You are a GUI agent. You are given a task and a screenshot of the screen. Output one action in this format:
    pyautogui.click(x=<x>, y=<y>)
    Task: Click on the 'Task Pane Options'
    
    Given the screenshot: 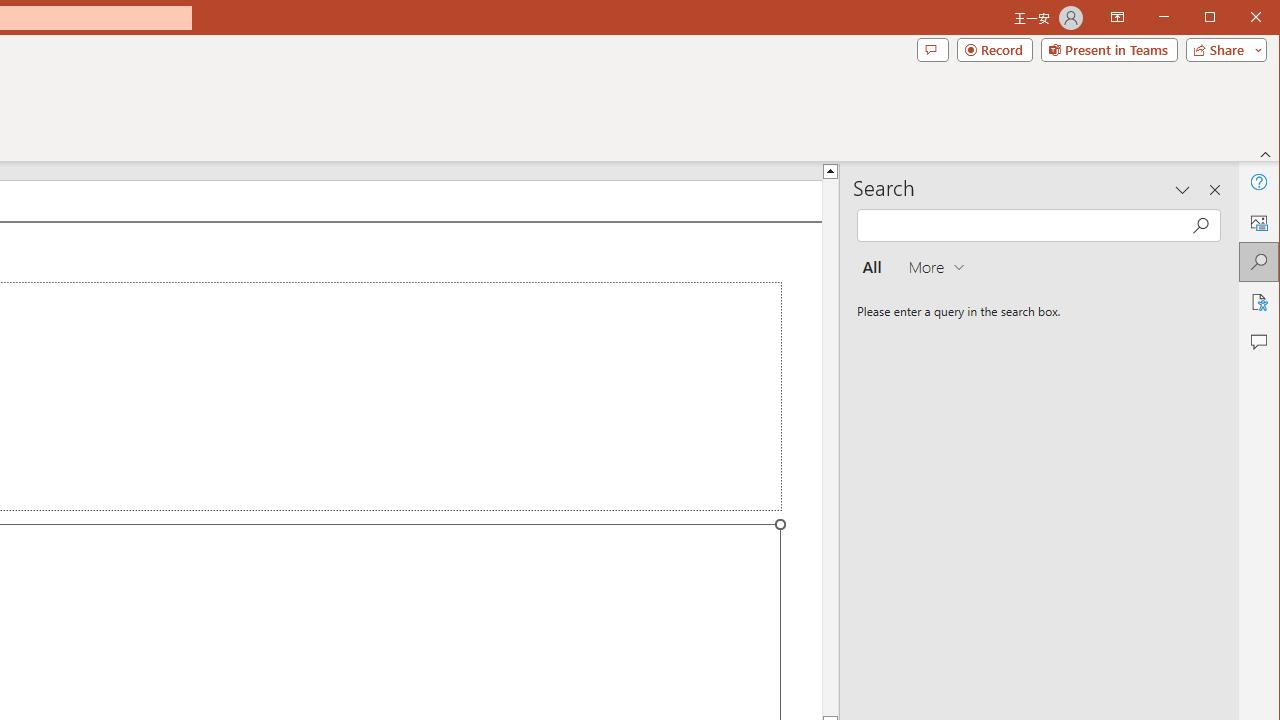 What is the action you would take?
    pyautogui.click(x=1183, y=190)
    